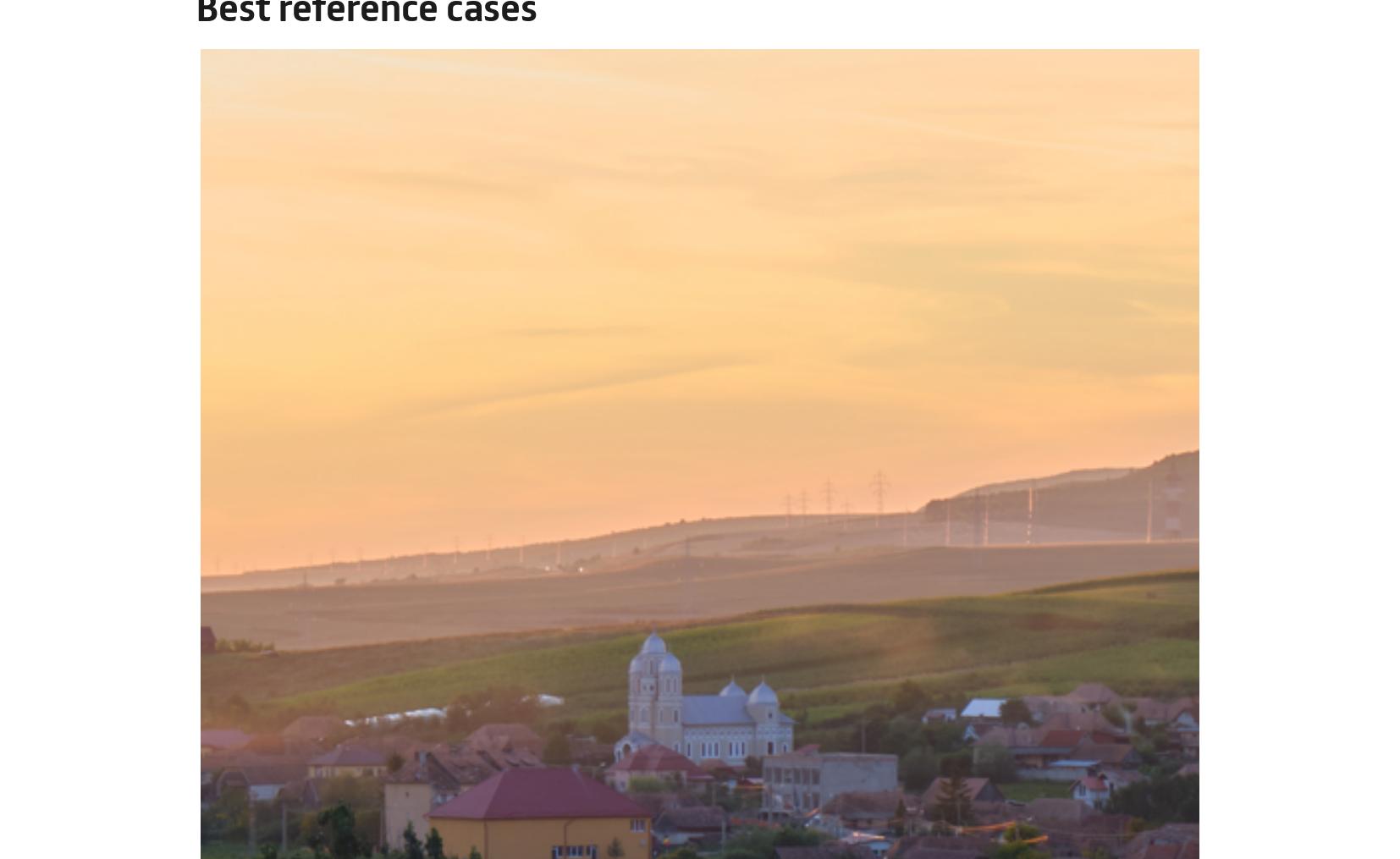 The height and width of the screenshot is (859, 1400). I want to click on 'Use necessary cookies only', so click(1148, 742).